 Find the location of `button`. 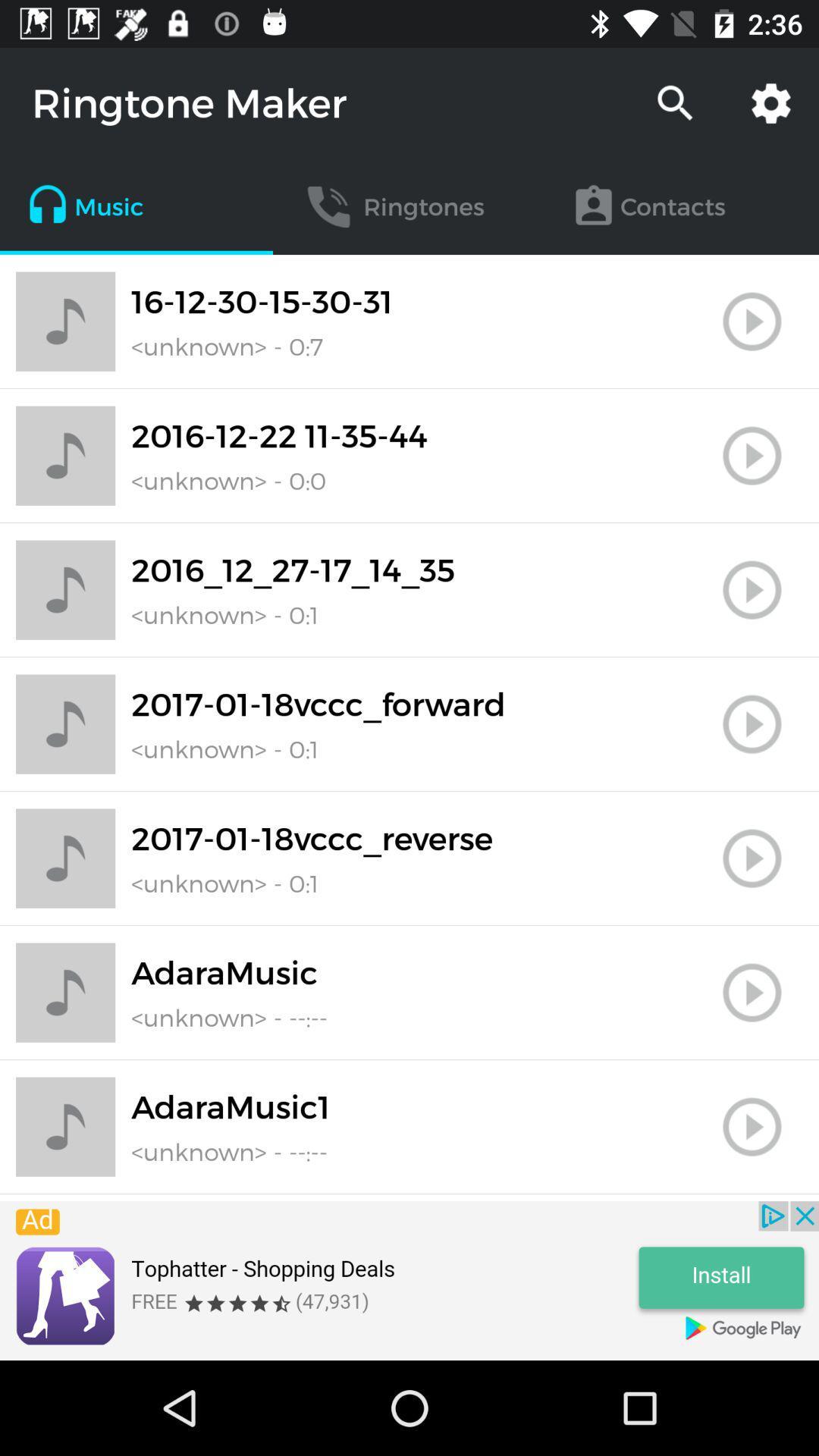

button is located at coordinates (752, 723).